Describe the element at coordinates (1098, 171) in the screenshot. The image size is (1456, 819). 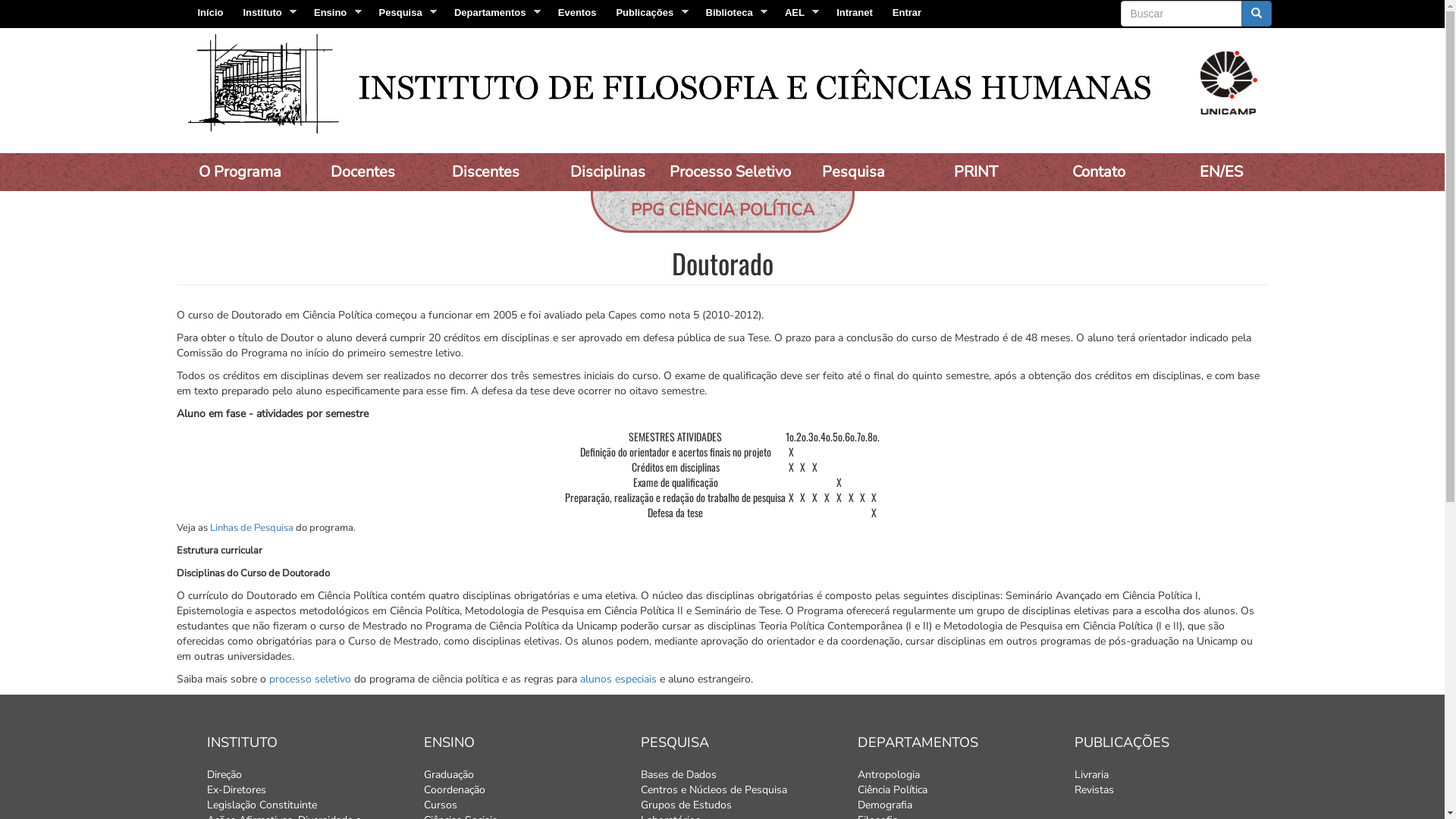
I see `'Contato'` at that location.